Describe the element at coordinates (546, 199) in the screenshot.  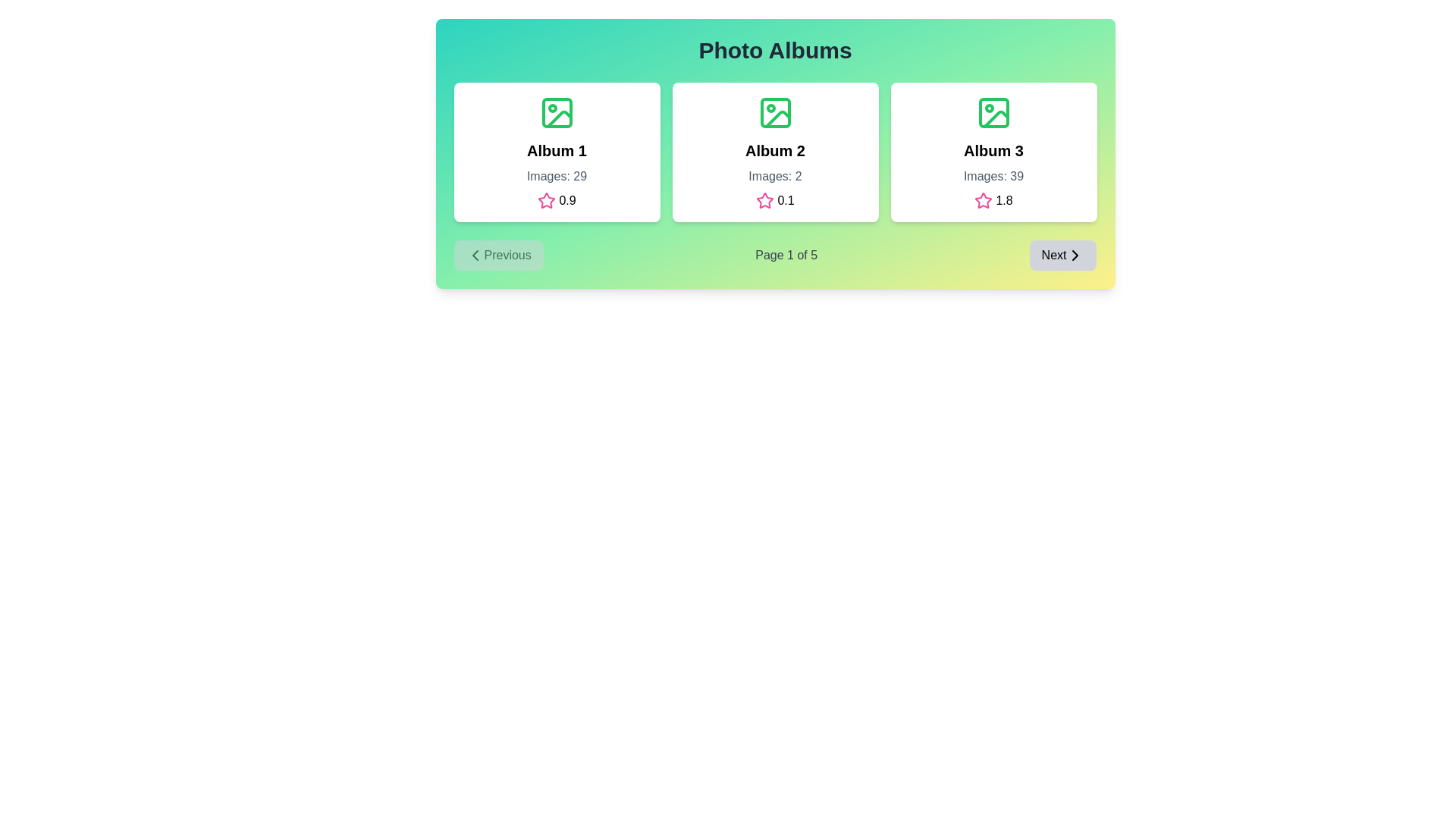
I see `the star icon located beneath the text '0.9' in the first album card under 'Photo Albums' to rate or interact with the album` at that location.